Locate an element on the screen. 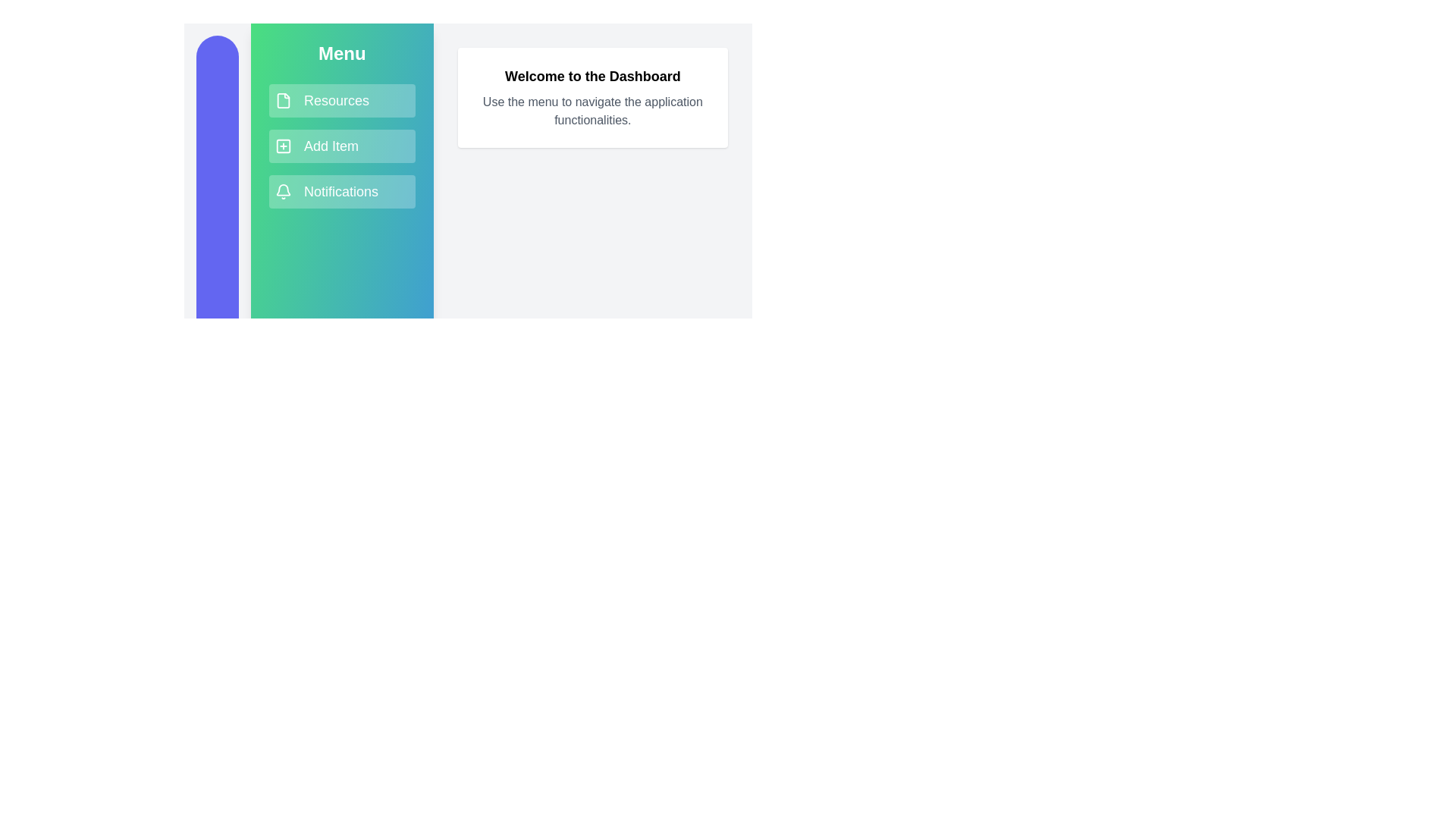  the sidebar header to toggle its visibility is located at coordinates (341, 52).